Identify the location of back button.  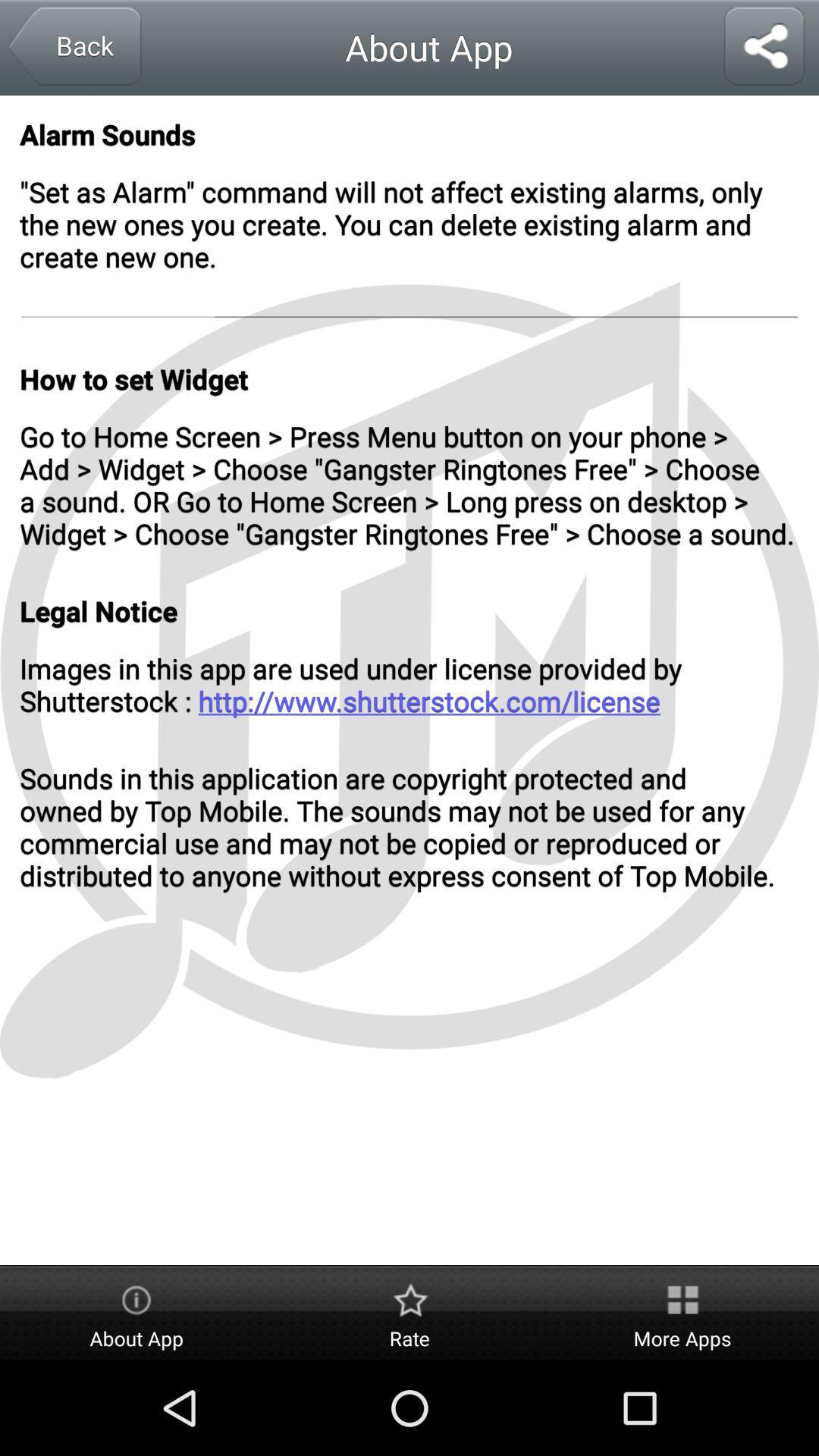
(74, 47).